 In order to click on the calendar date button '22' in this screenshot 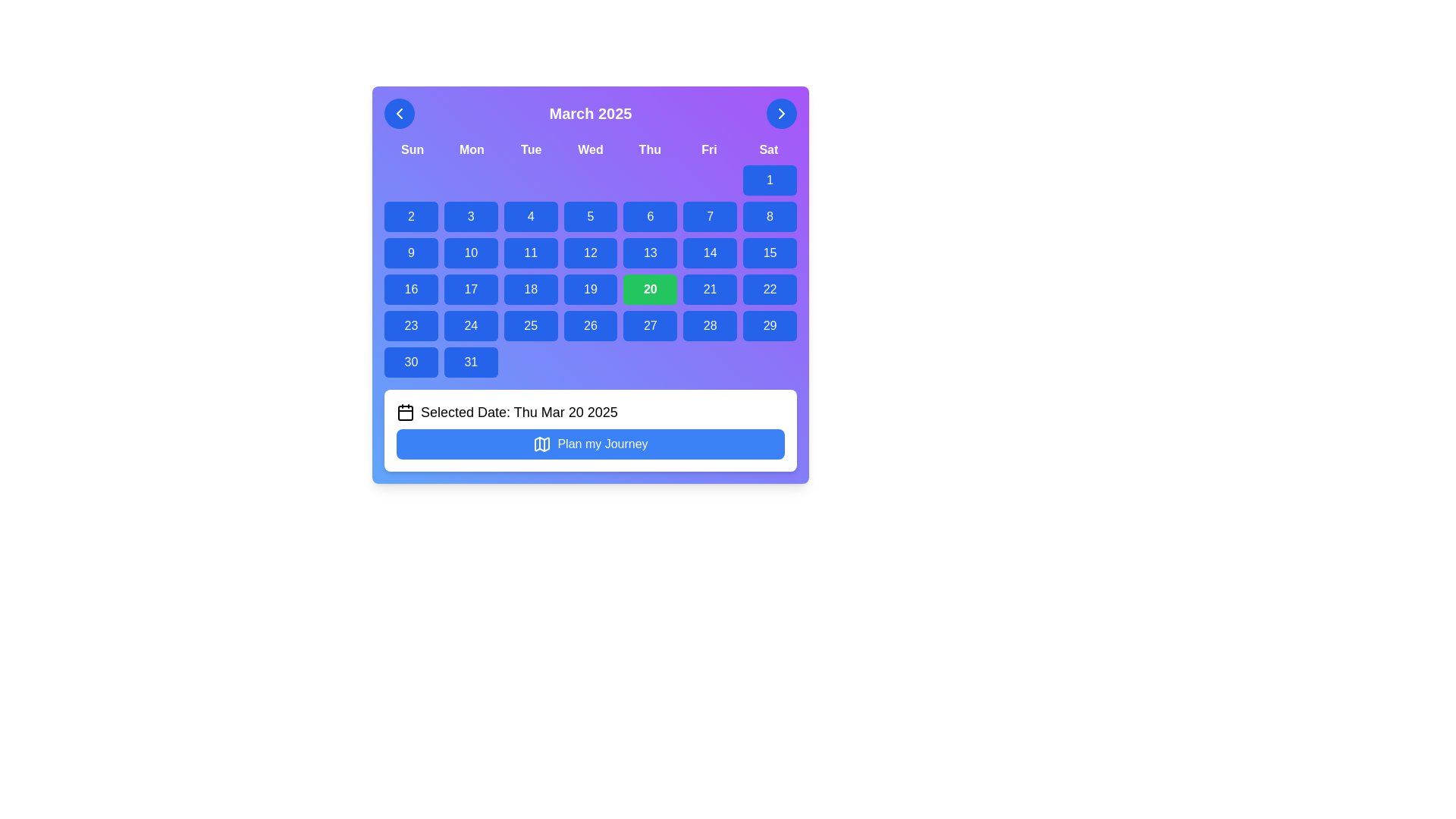, I will do `click(770, 289)`.